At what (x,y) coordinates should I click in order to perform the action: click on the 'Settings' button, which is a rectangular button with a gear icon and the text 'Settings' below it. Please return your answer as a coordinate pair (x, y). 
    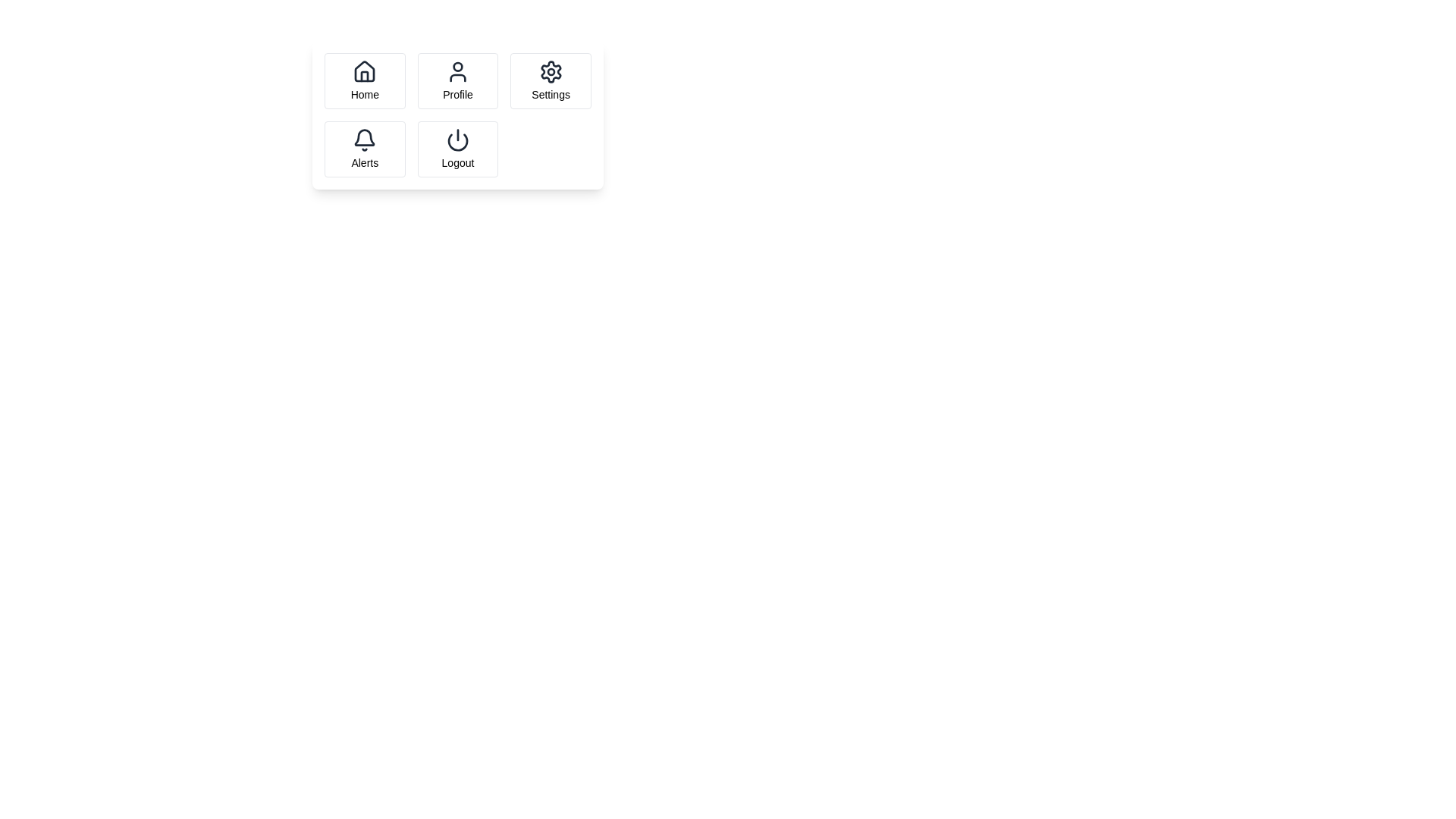
    Looking at the image, I should click on (550, 81).